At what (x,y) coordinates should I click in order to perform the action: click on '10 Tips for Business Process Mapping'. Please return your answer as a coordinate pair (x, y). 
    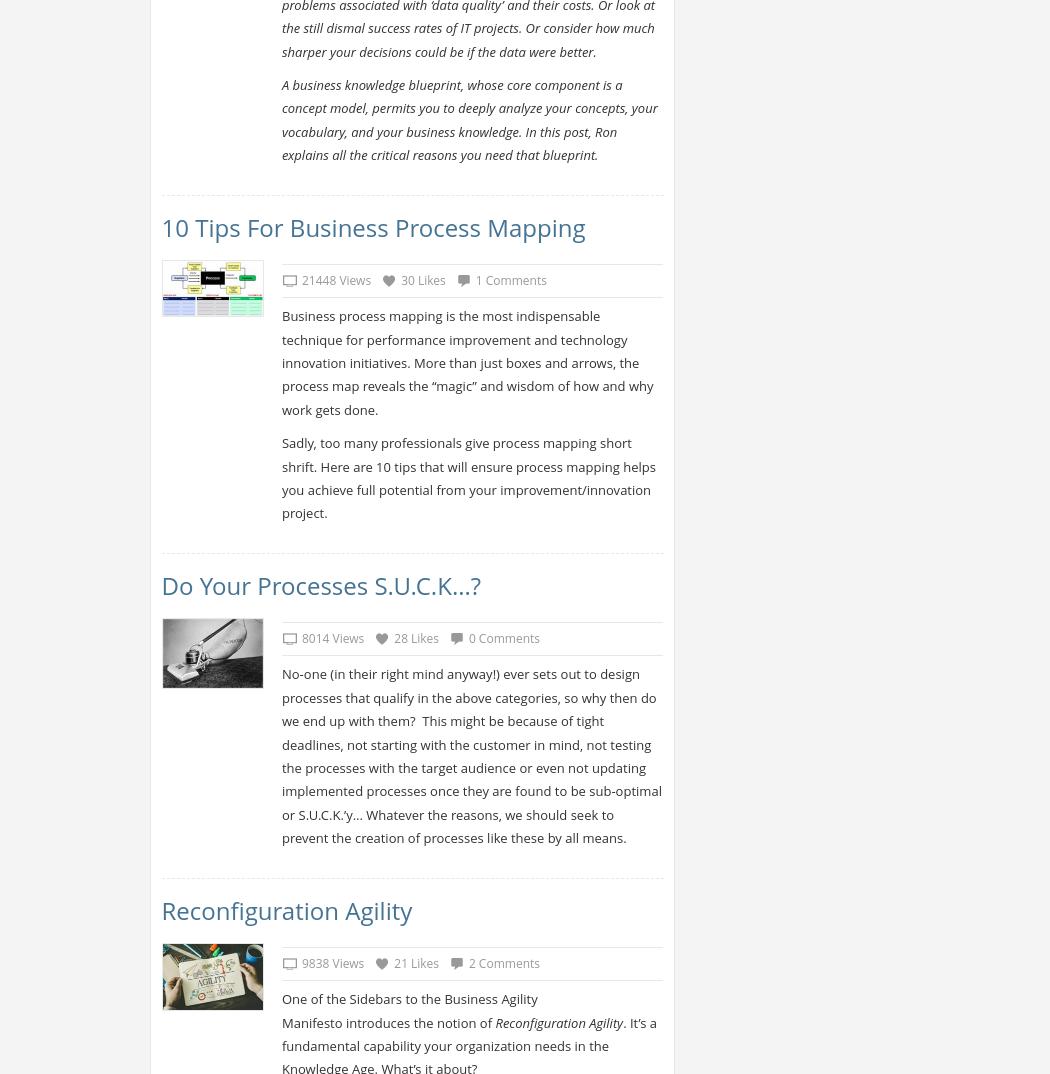
    Looking at the image, I should click on (371, 226).